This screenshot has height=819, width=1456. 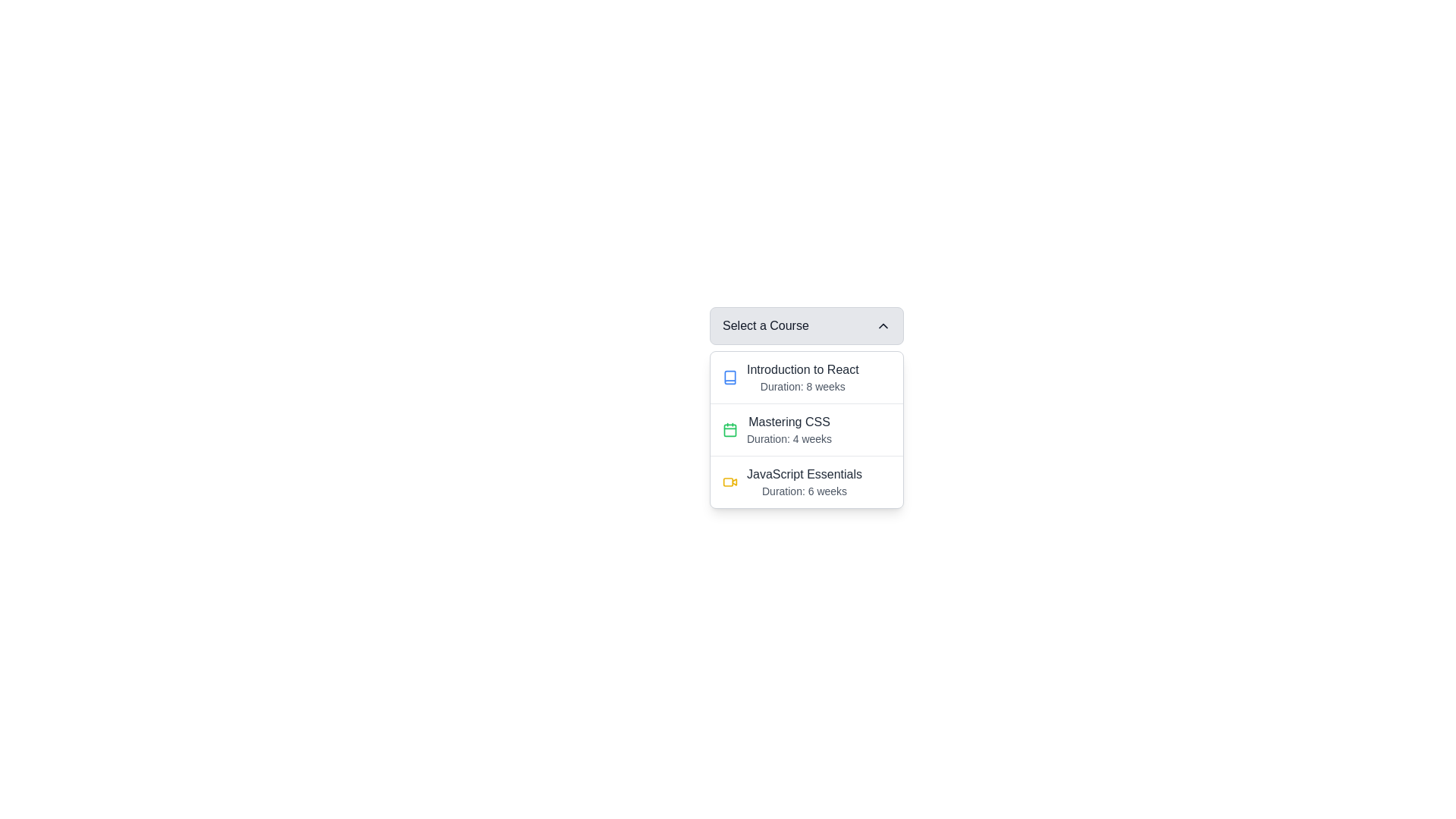 What do you see at coordinates (806, 376) in the screenshot?
I see `the first list item entry displaying the course 'Introduction to React'` at bounding box center [806, 376].